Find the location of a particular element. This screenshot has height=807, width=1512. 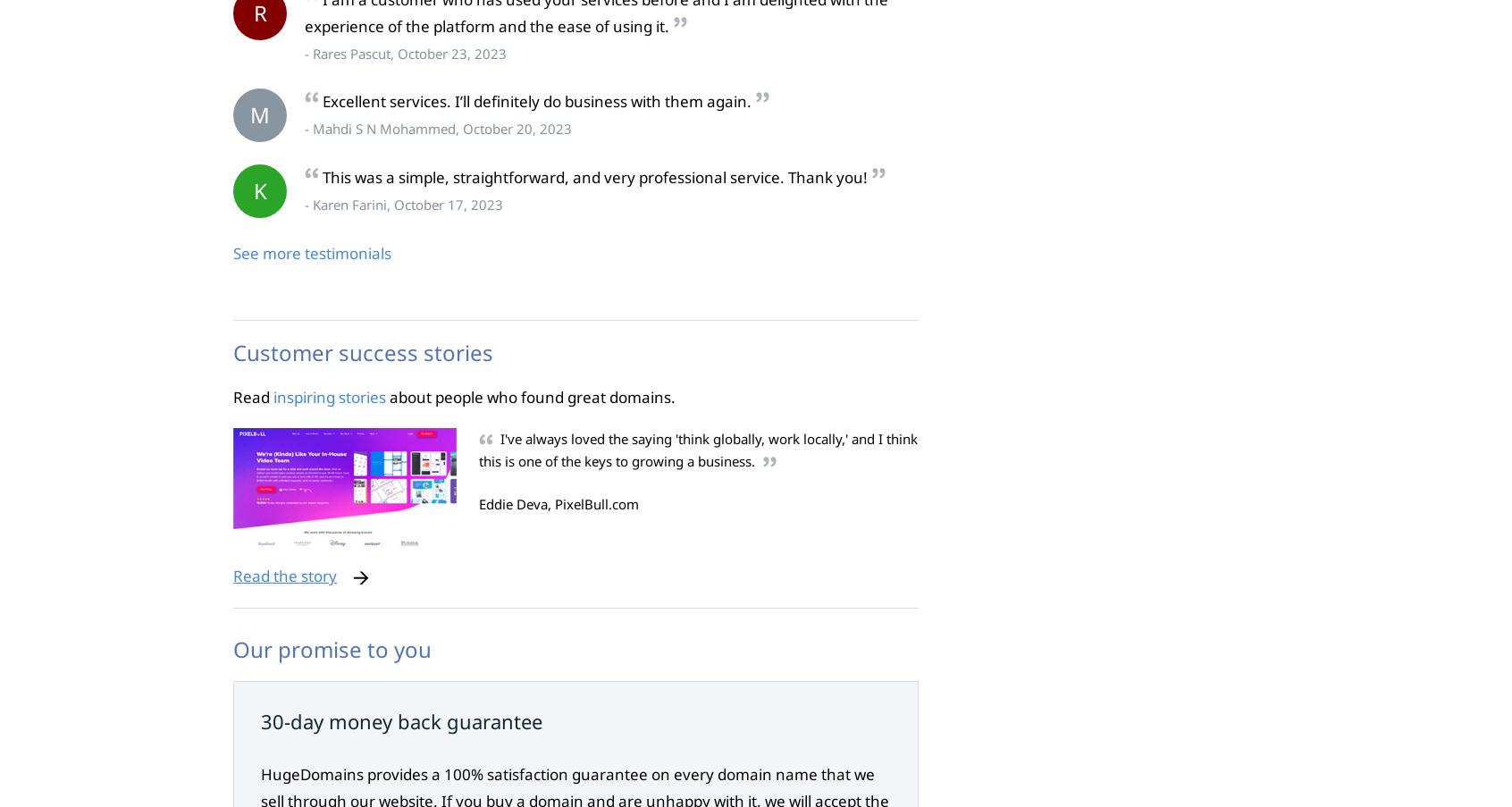

'Customer success stories' is located at coordinates (233, 350).